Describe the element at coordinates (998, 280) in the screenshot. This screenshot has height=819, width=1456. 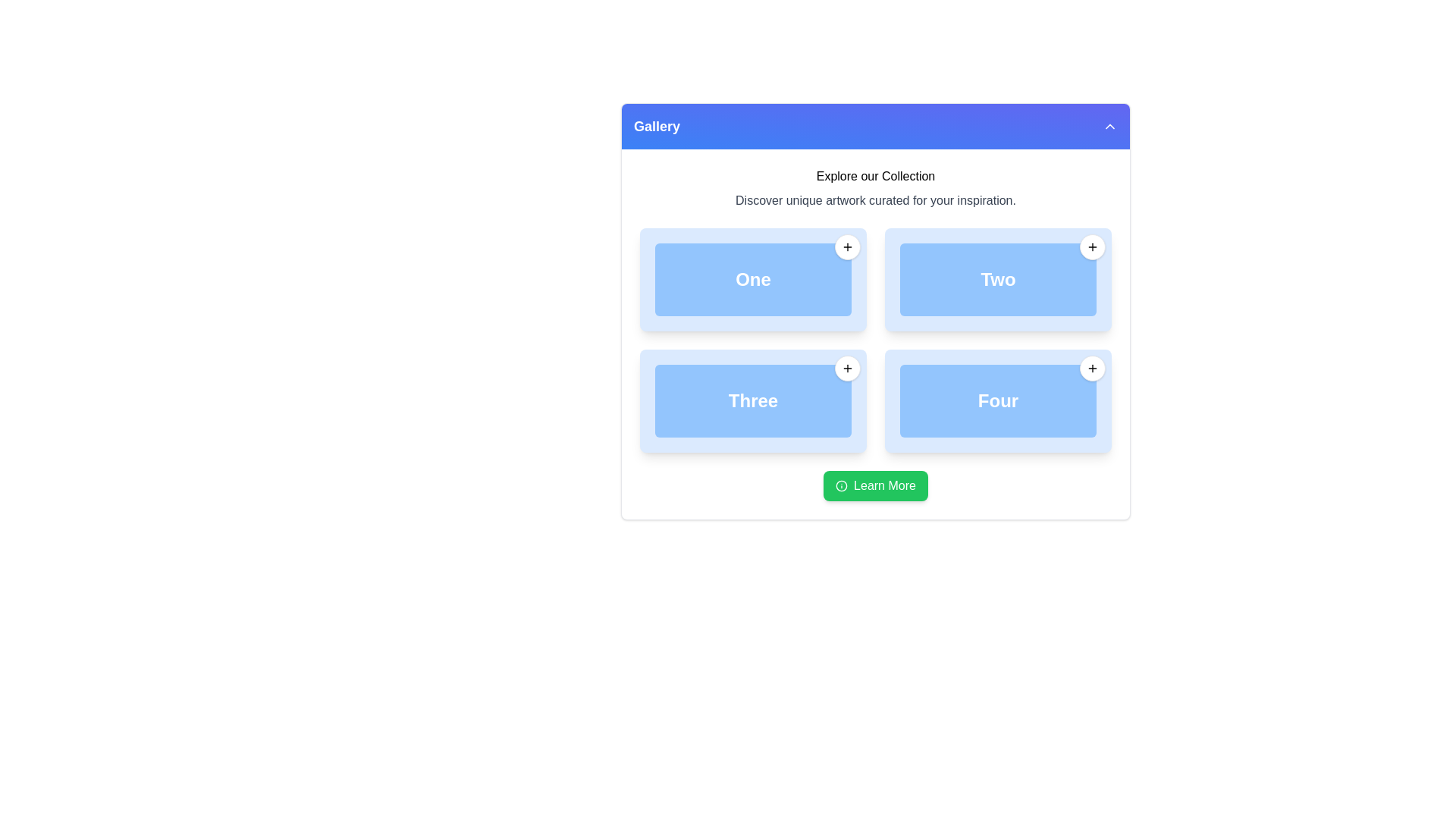
I see `the Interactive Tile labeled 'Two' with a light blue background` at that location.